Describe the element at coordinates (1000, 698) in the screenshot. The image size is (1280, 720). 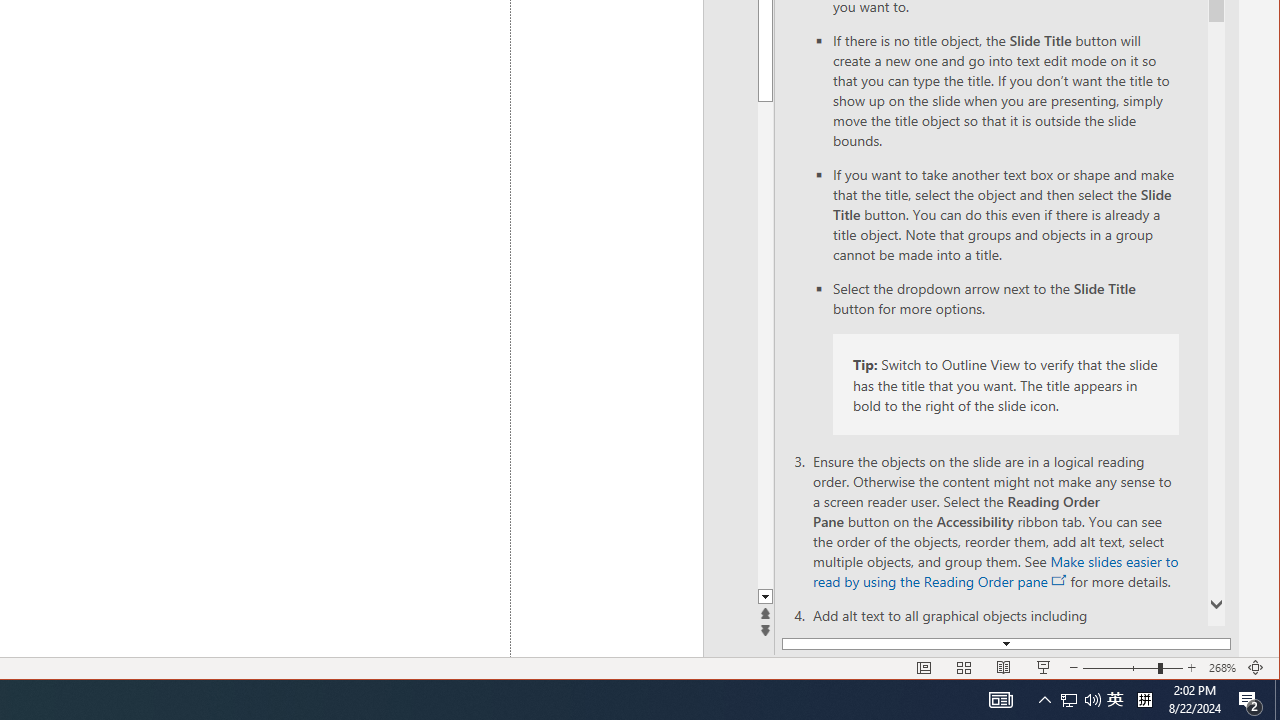
I see `'AutomationID: 4105'` at that location.